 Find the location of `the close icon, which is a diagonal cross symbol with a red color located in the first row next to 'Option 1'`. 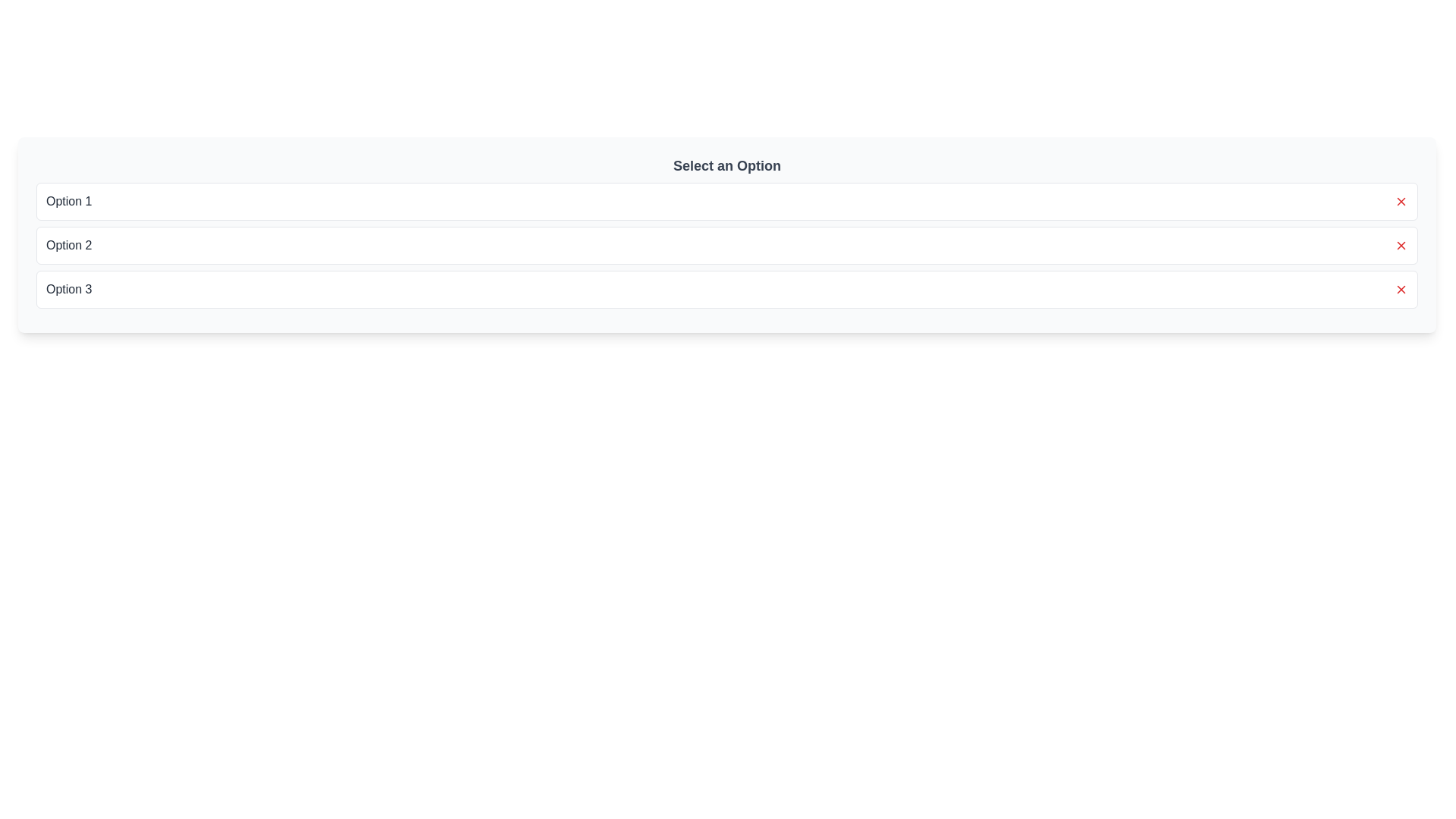

the close icon, which is a diagonal cross symbol with a red color located in the first row next to 'Option 1' is located at coordinates (1401, 201).